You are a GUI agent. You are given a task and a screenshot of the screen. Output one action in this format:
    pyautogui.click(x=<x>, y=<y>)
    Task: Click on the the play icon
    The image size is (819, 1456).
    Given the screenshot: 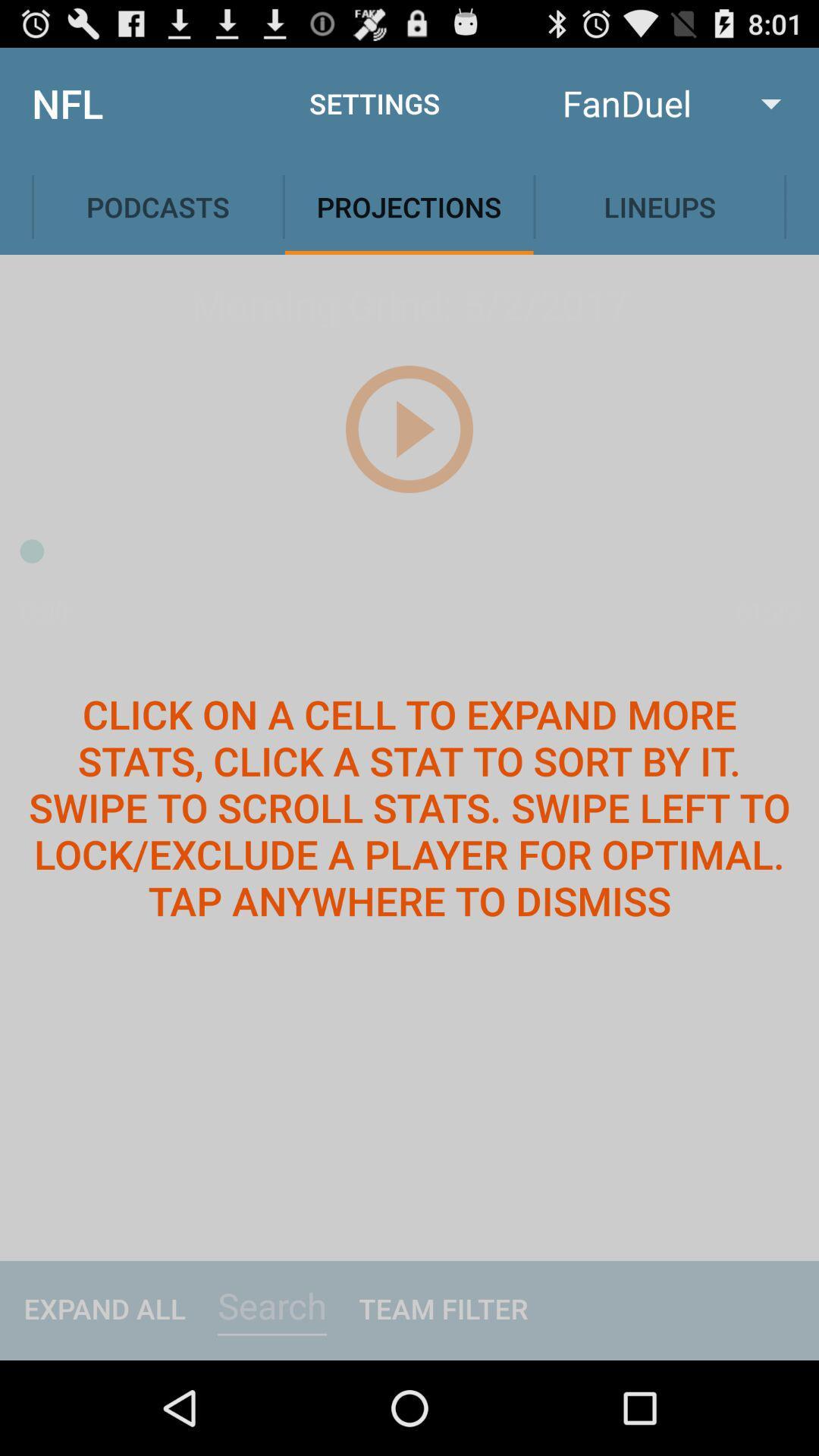 What is the action you would take?
    pyautogui.click(x=408, y=458)
    